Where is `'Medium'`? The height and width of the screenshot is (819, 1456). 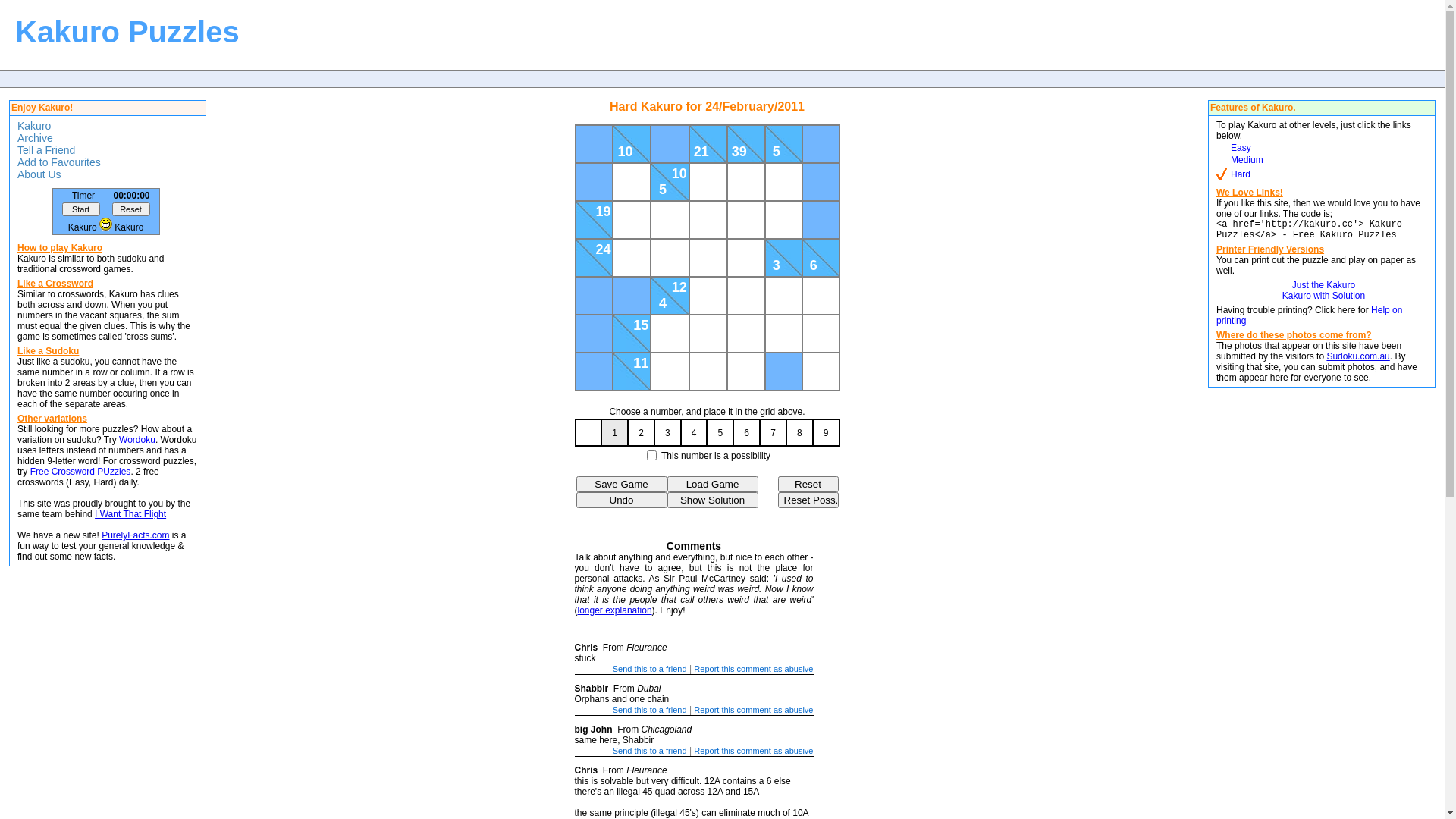 'Medium' is located at coordinates (1230, 160).